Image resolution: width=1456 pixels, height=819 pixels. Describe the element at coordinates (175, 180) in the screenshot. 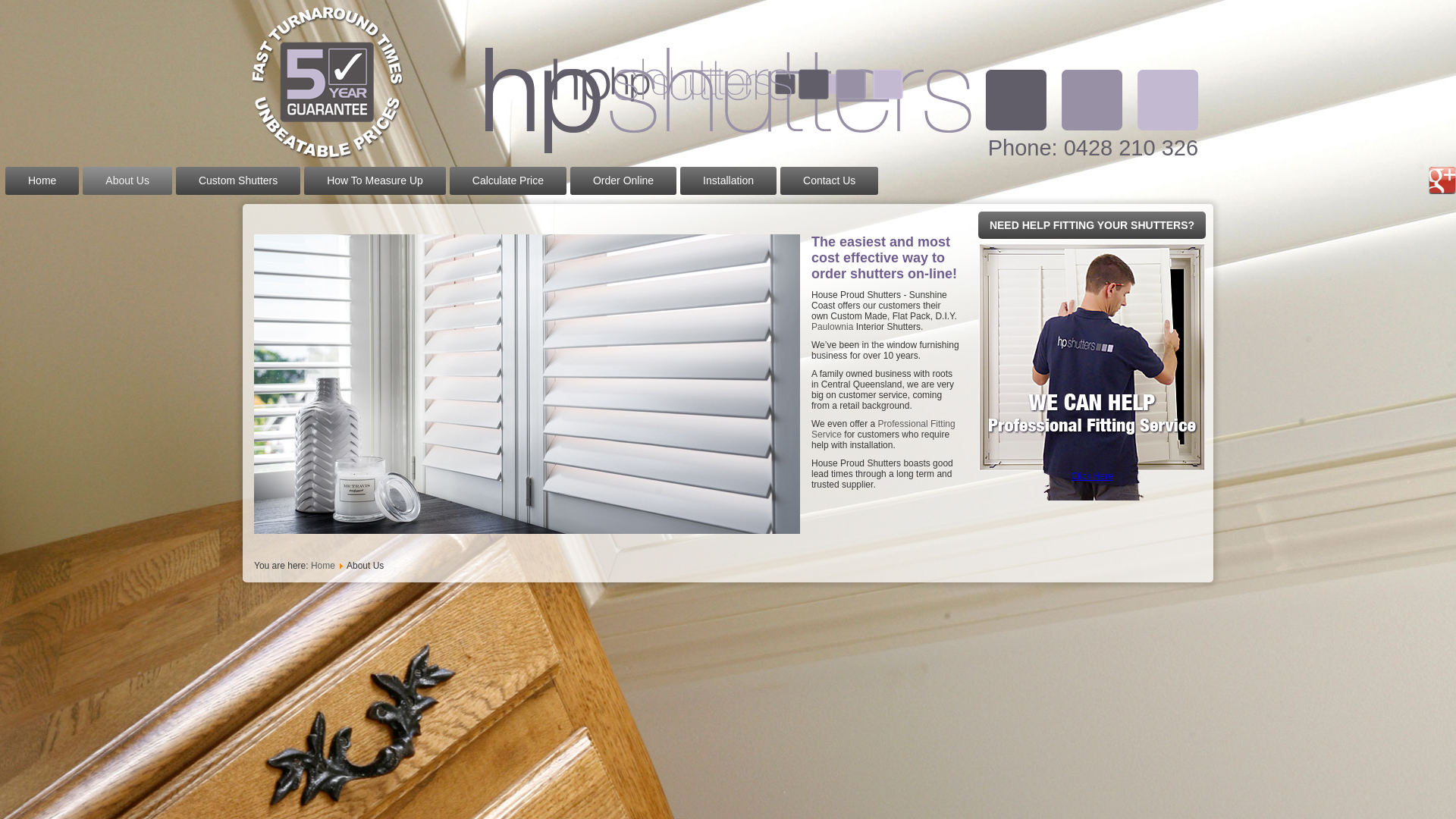

I see `'Custom Shutters'` at that location.